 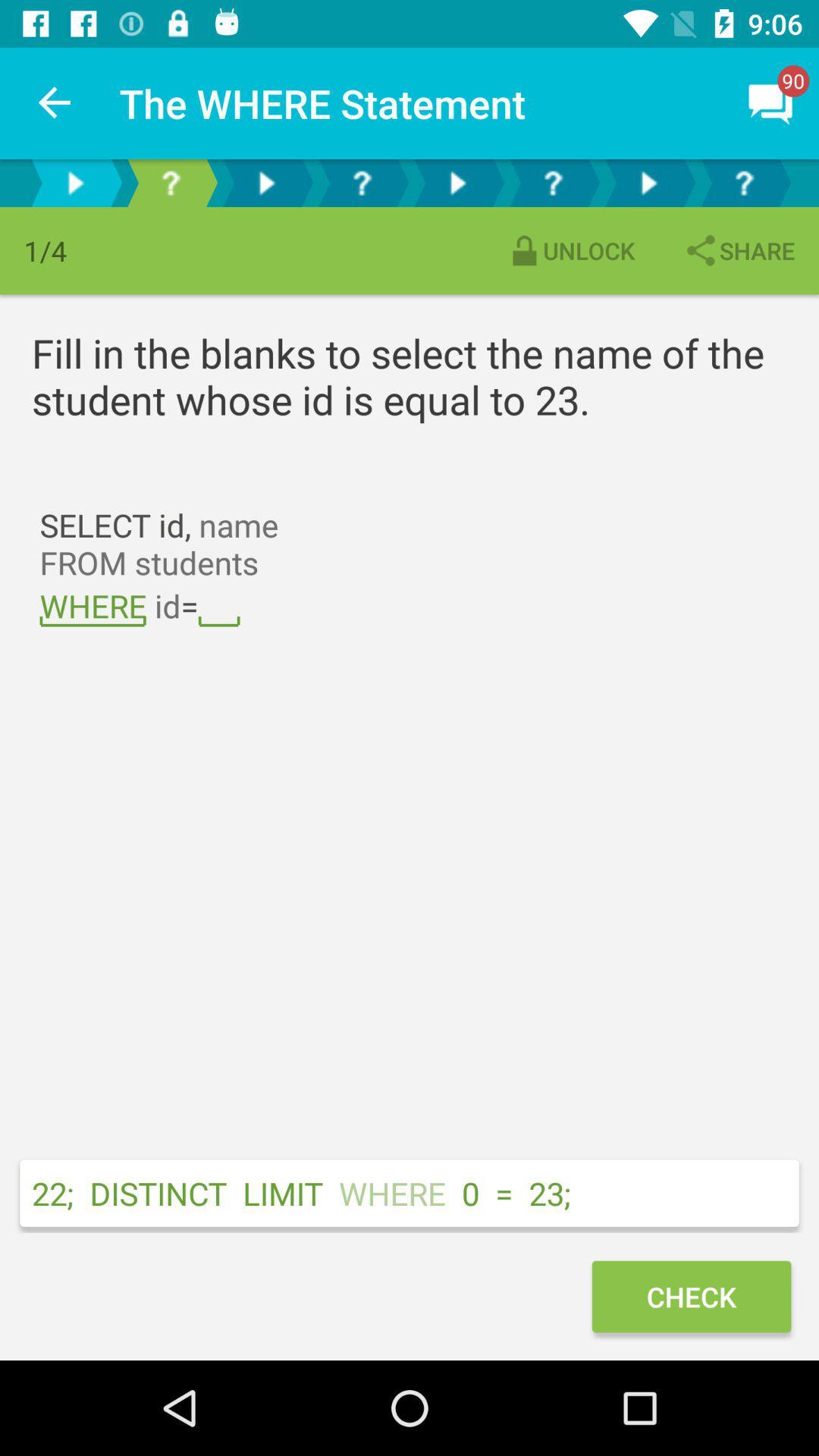 What do you see at coordinates (362, 182) in the screenshot?
I see `the 2nd question mark below statement` at bounding box center [362, 182].